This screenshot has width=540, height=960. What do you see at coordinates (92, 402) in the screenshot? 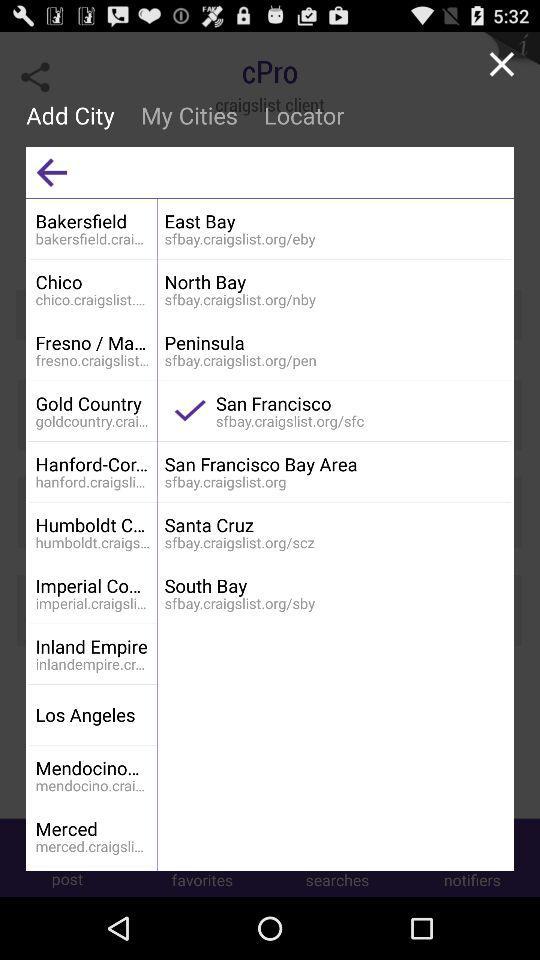
I see `app above hanford-corcoran` at bounding box center [92, 402].